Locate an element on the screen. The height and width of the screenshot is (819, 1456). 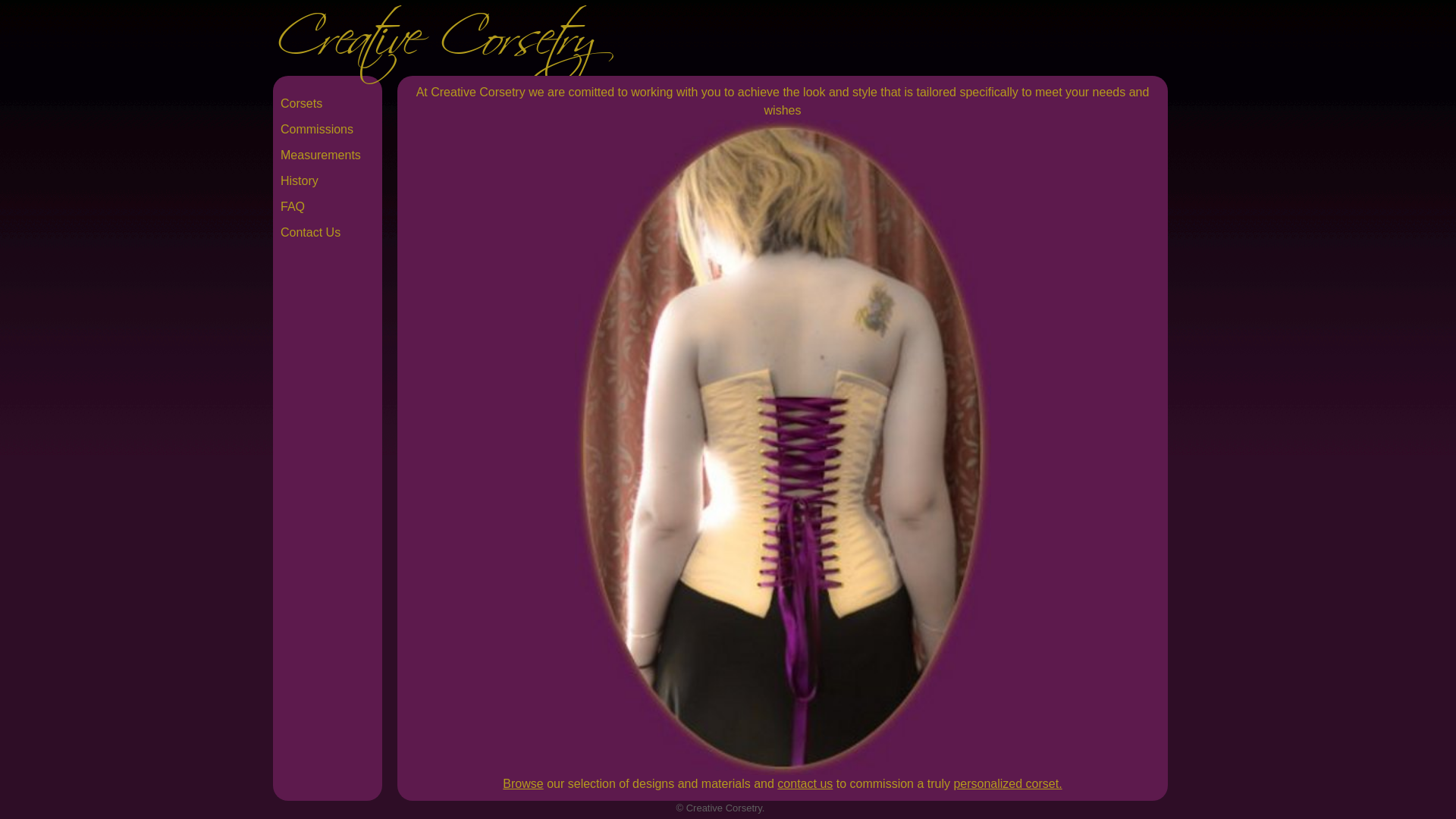
'FAQ' is located at coordinates (327, 207).